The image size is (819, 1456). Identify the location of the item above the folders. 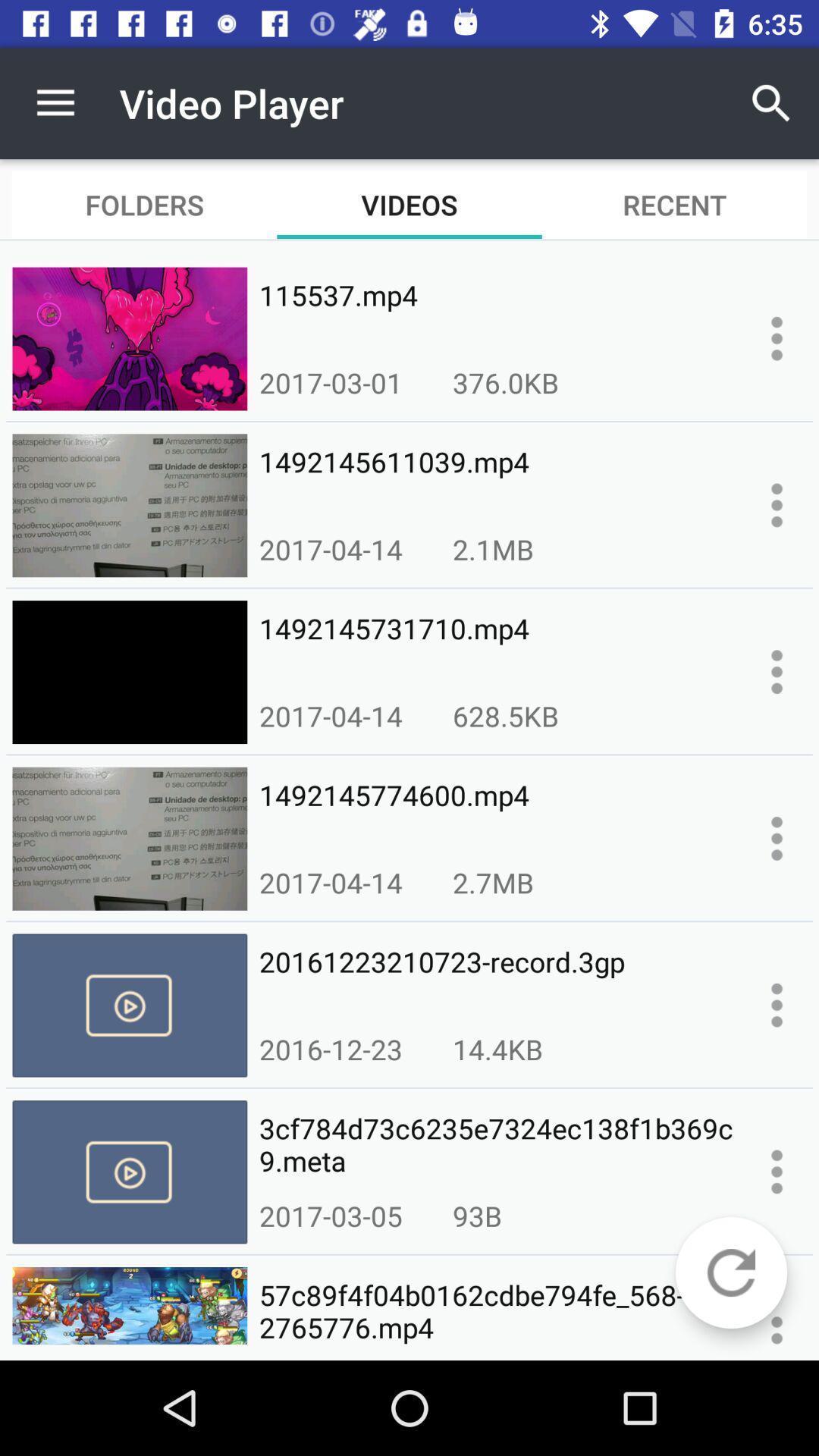
(55, 102).